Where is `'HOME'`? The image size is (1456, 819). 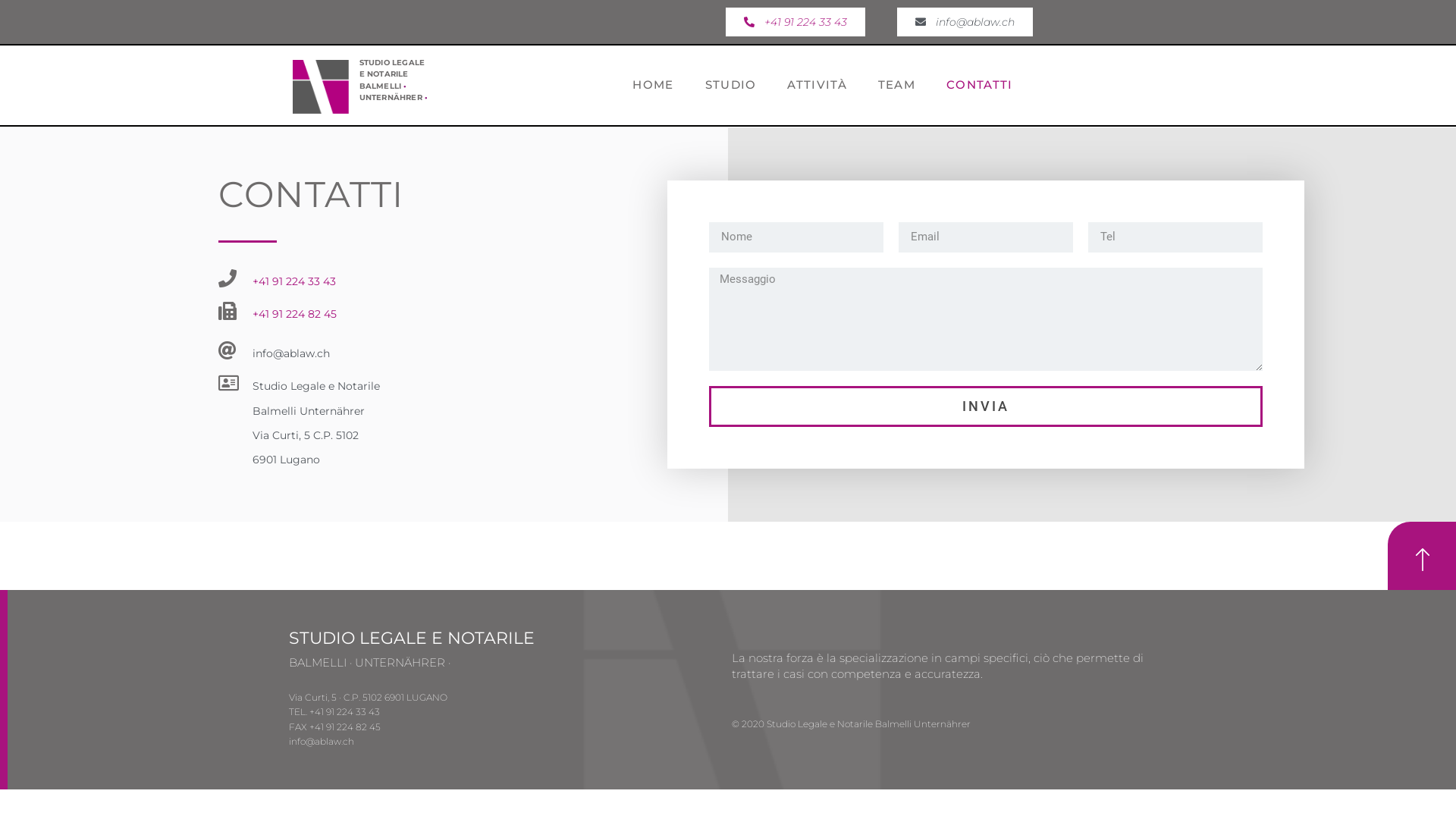
'HOME' is located at coordinates (652, 85).